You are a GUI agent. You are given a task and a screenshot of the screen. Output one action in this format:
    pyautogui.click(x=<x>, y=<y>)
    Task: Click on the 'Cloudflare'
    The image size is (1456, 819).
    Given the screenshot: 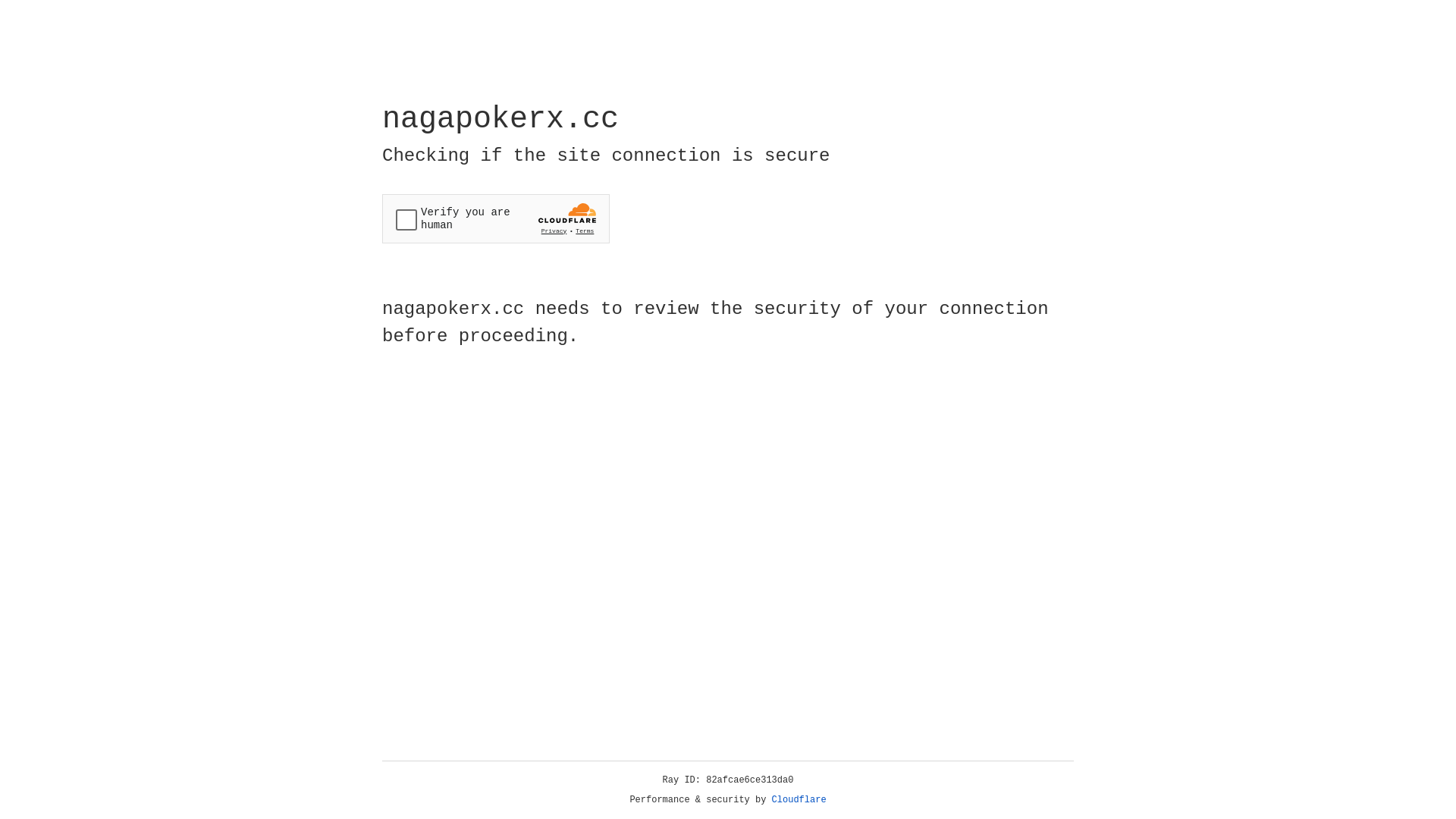 What is the action you would take?
    pyautogui.click(x=799, y=799)
    